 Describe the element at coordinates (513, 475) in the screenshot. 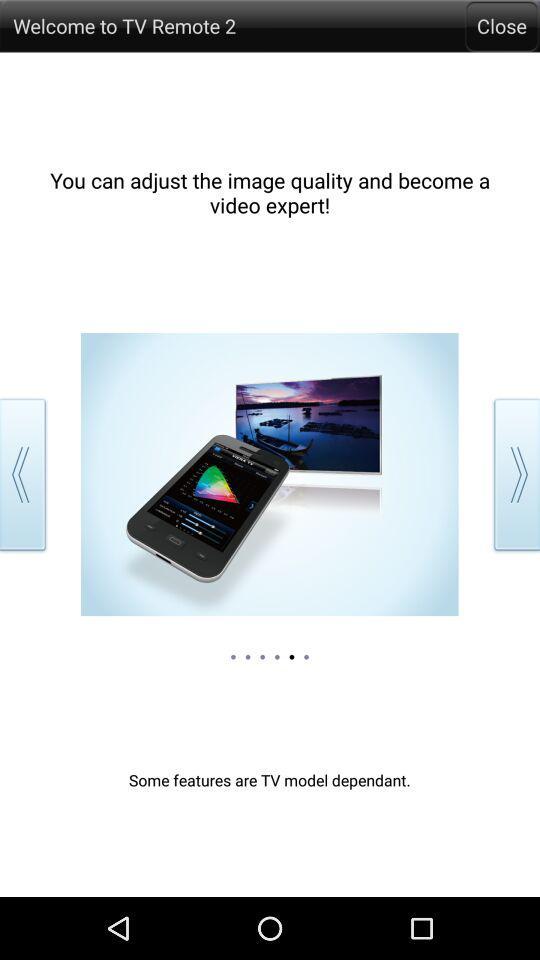

I see `the arrow icon which is on the right side` at that location.